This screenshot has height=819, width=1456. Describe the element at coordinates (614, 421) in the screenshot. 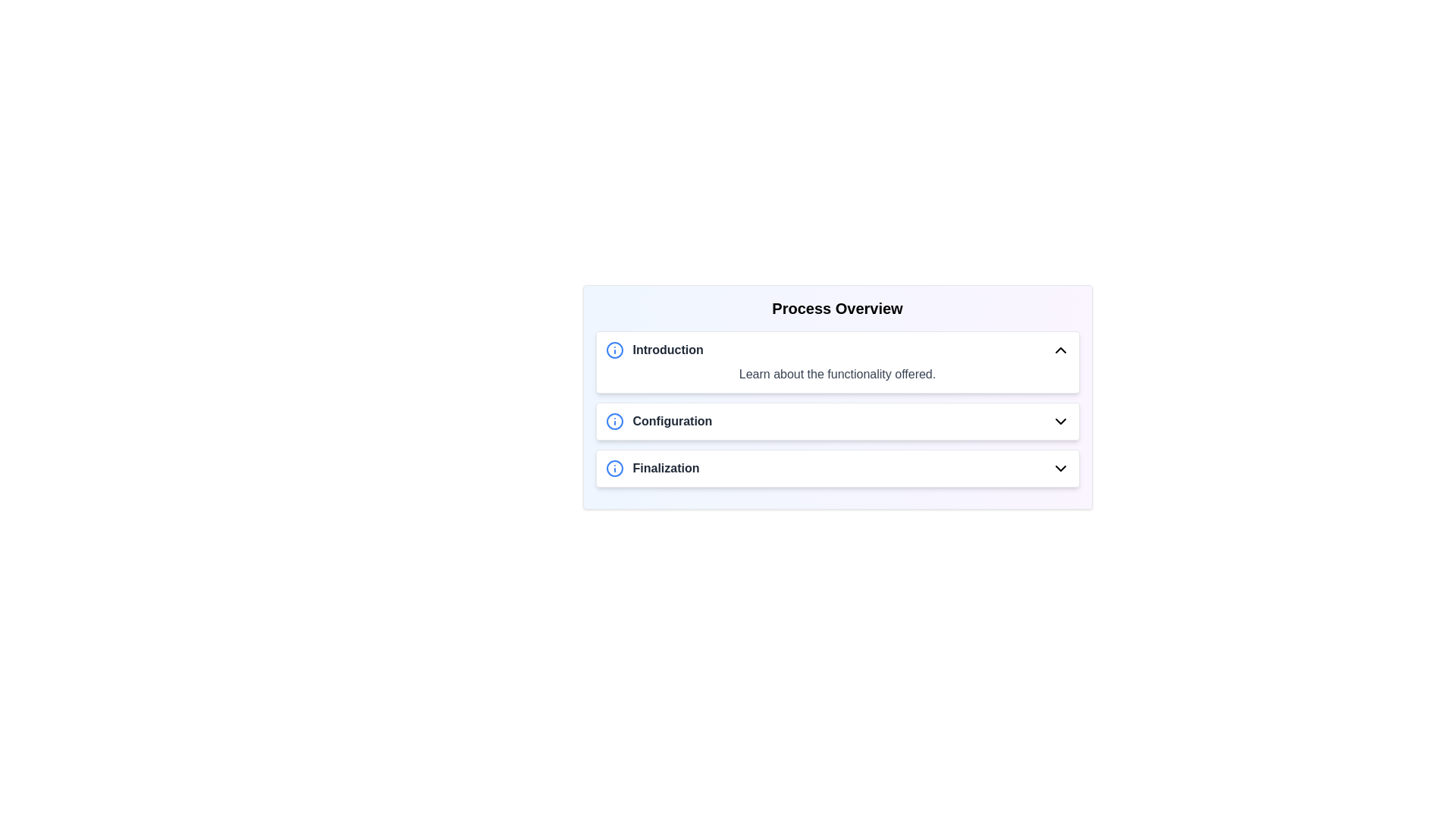

I see `the 'Configuration' icon located` at that location.